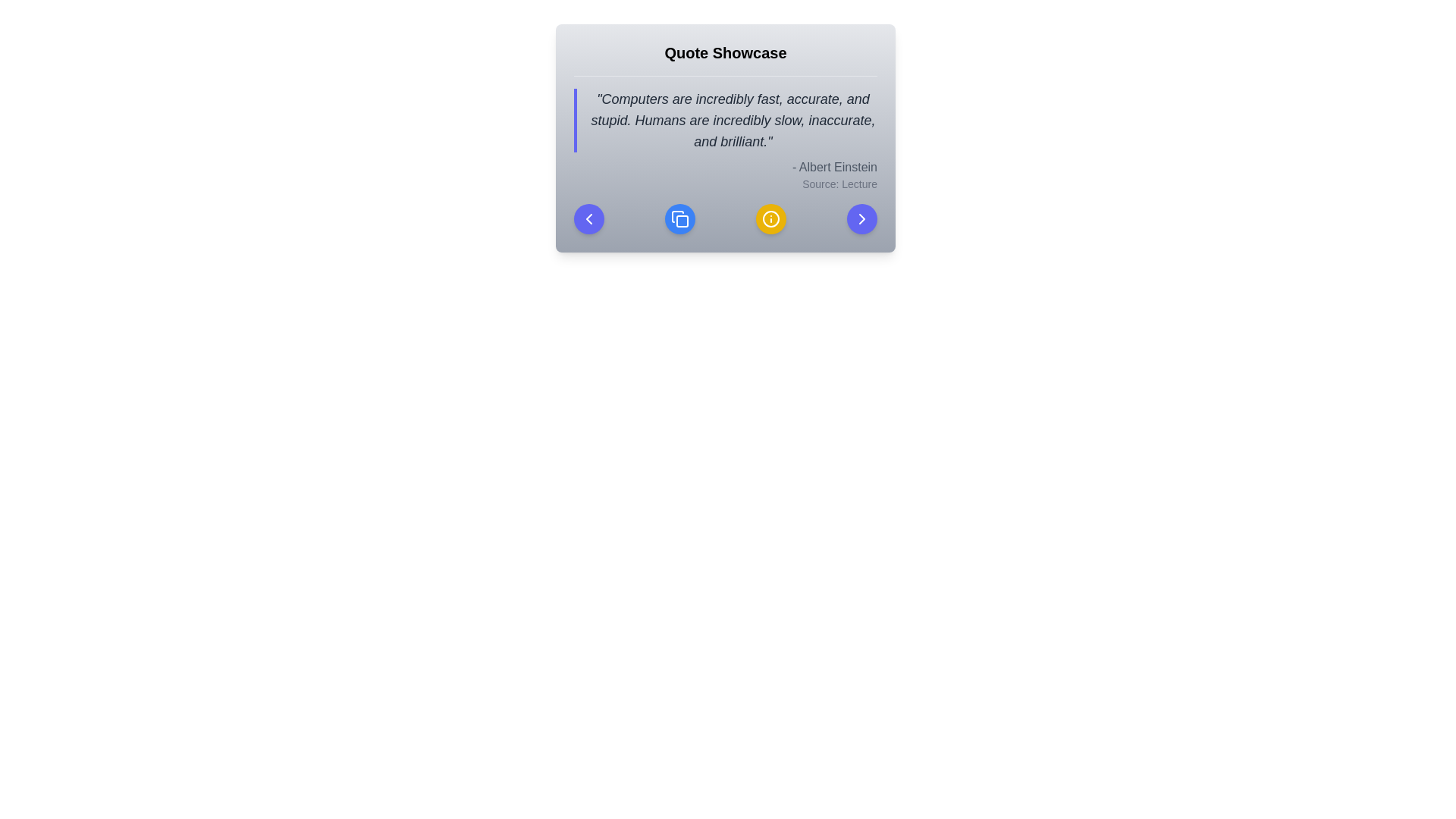  What do you see at coordinates (771, 219) in the screenshot?
I see `the circular icon button at the center of the bottom section of the card interface` at bounding box center [771, 219].